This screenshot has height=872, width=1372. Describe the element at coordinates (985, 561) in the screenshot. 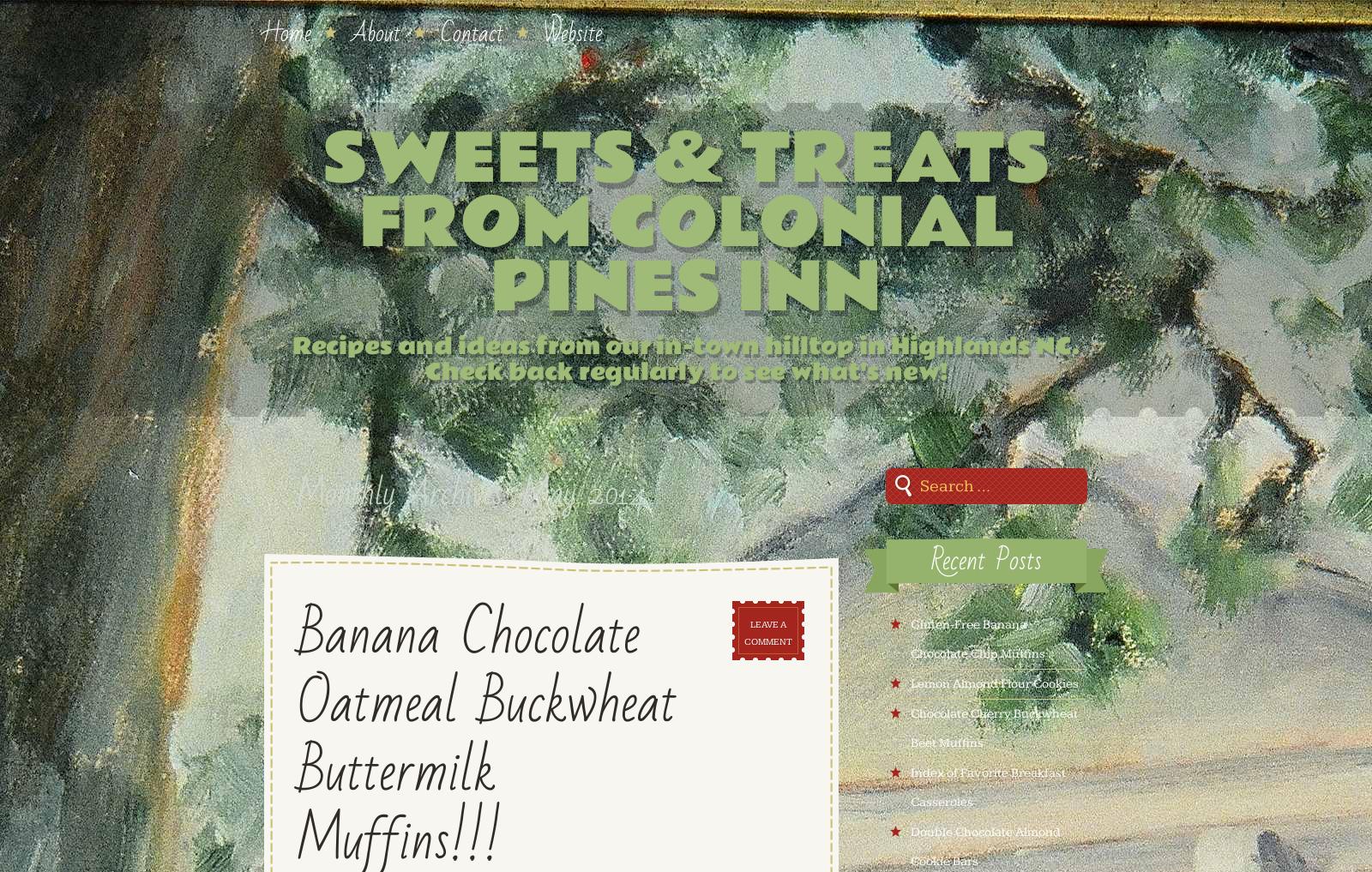

I see `'Recent Posts'` at that location.